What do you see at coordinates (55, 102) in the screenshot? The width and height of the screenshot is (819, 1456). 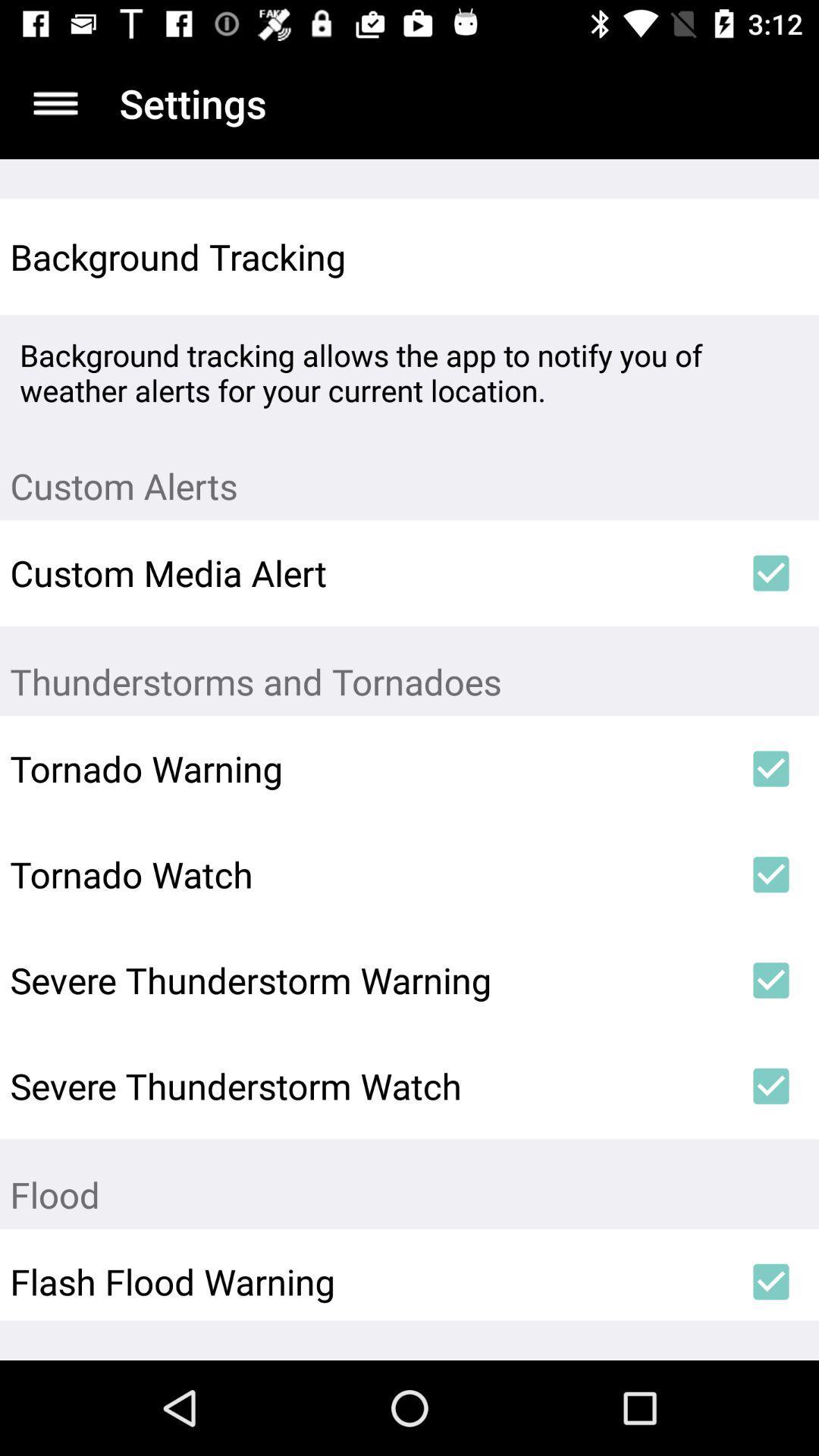 I see `the app to the left of the settings item` at bounding box center [55, 102].